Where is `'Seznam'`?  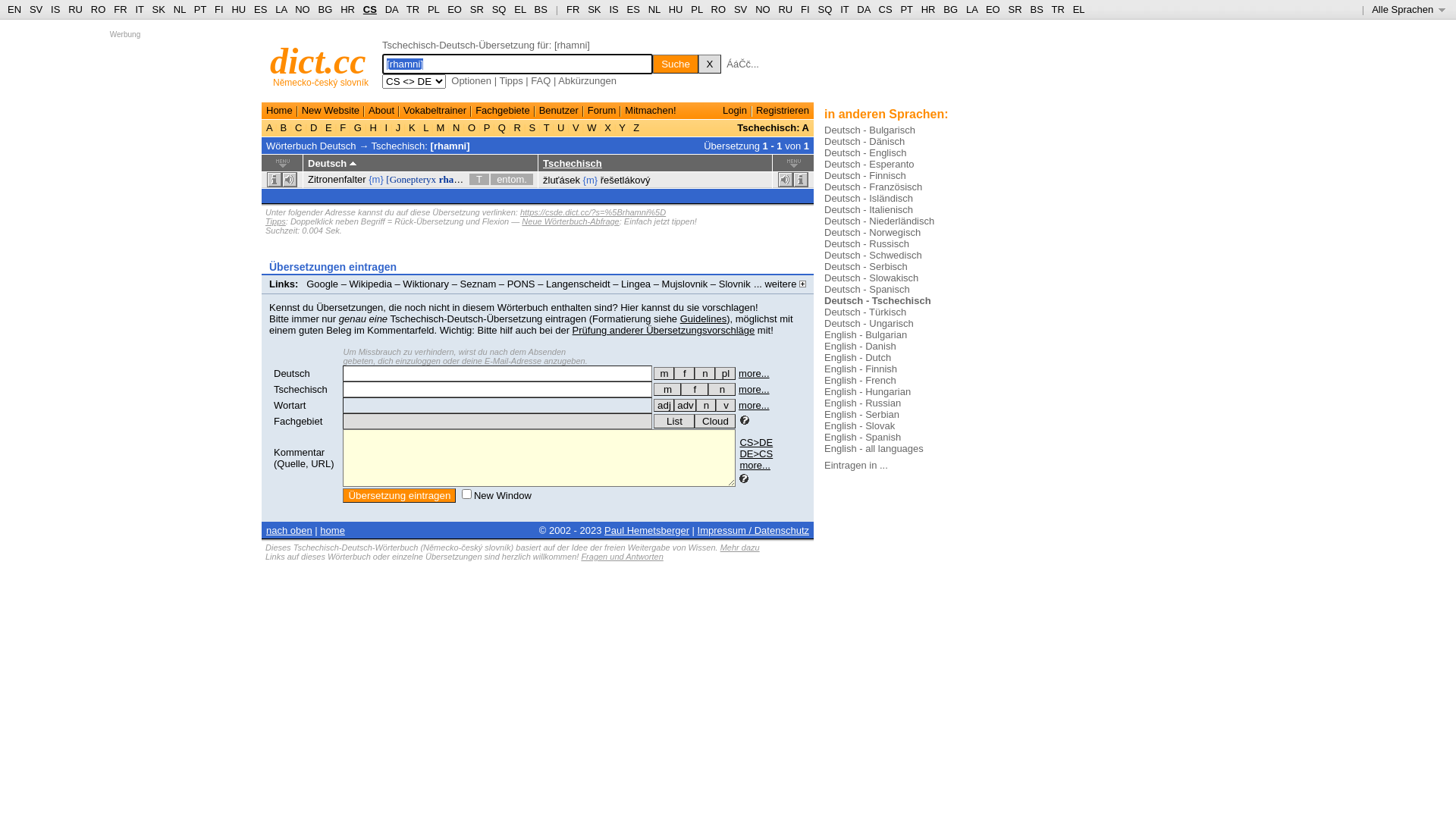 'Seznam' is located at coordinates (477, 284).